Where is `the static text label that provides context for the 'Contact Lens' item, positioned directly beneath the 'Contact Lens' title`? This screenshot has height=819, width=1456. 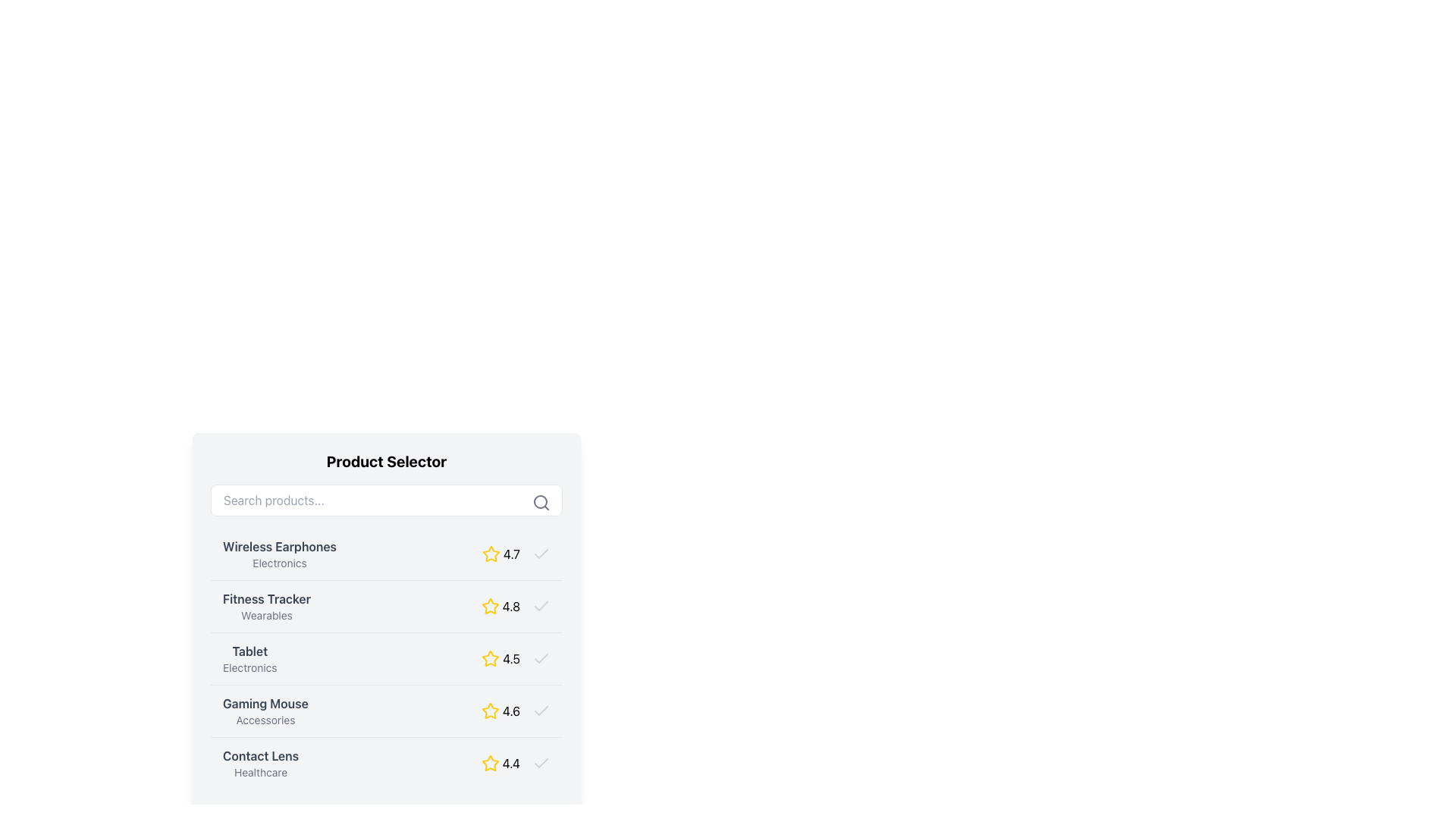
the static text label that provides context for the 'Contact Lens' item, positioned directly beneath the 'Contact Lens' title is located at coordinates (261, 772).